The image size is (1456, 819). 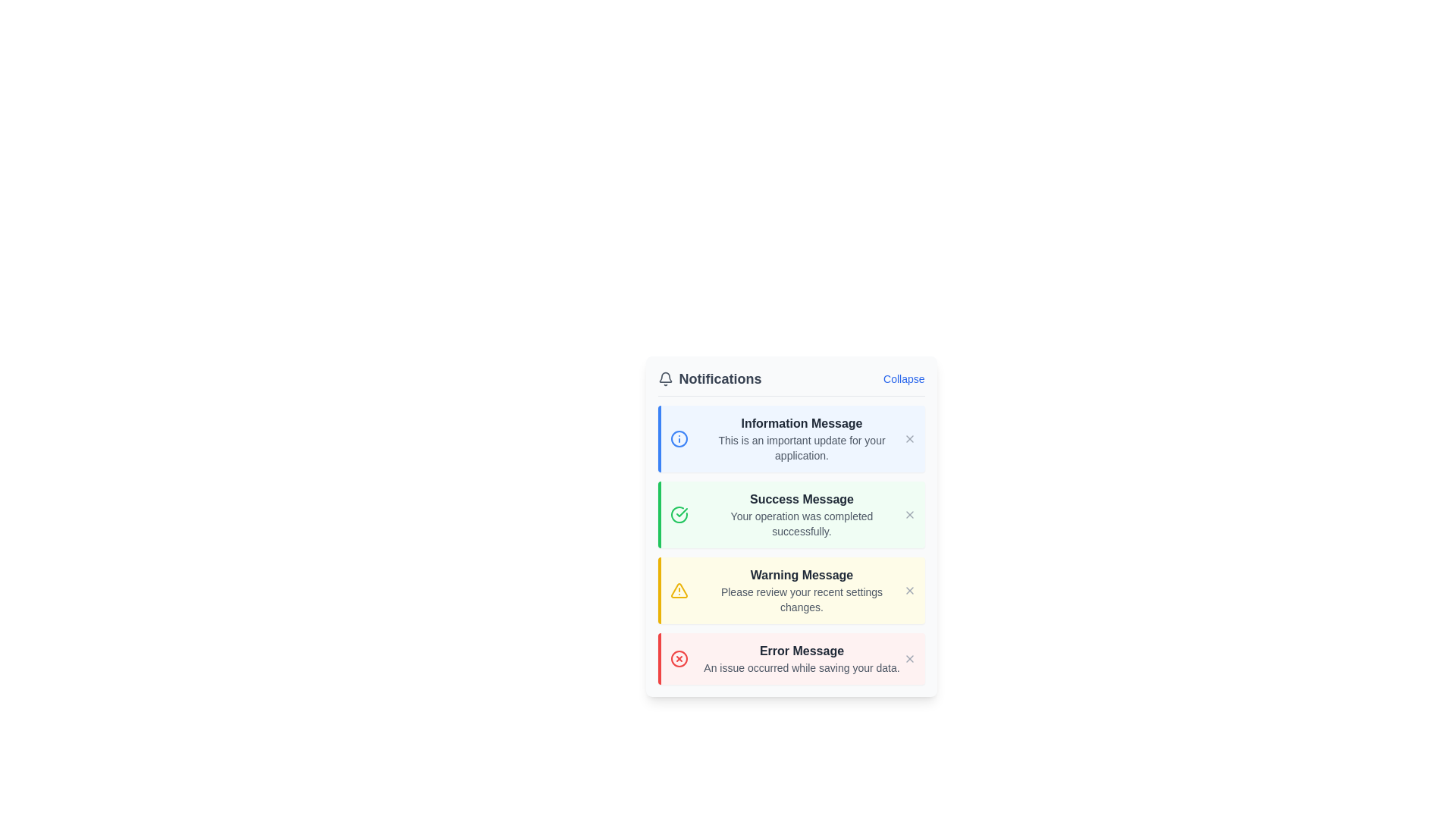 What do you see at coordinates (801, 651) in the screenshot?
I see `'Error Message' text located in the bottom-most notification item of the 'Notifications' panel, which appears with bold, dark gray text on a light red background` at bounding box center [801, 651].